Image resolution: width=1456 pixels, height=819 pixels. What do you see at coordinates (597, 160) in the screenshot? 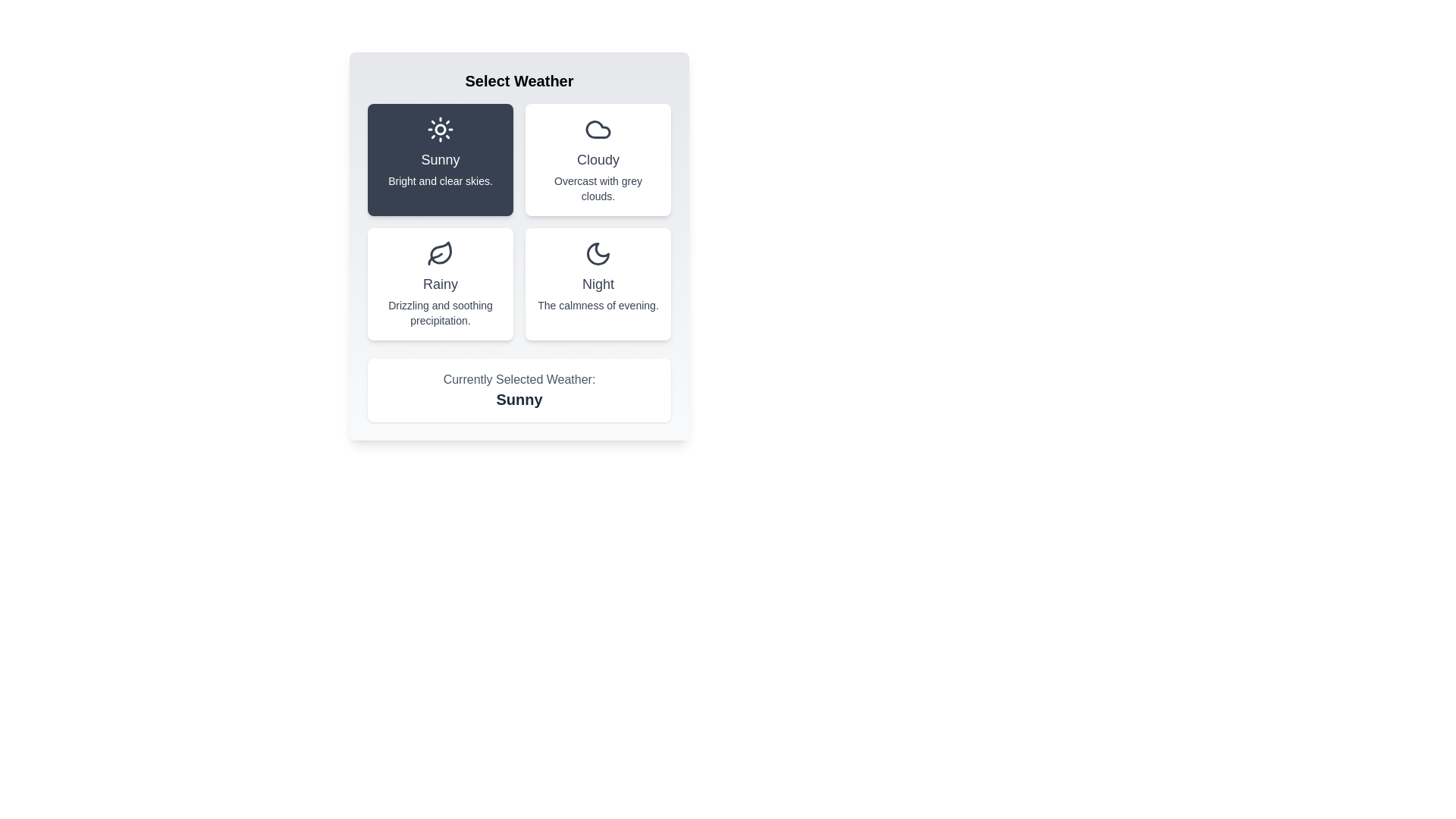
I see `the weather type Cloudy by clicking on its corresponding button` at bounding box center [597, 160].